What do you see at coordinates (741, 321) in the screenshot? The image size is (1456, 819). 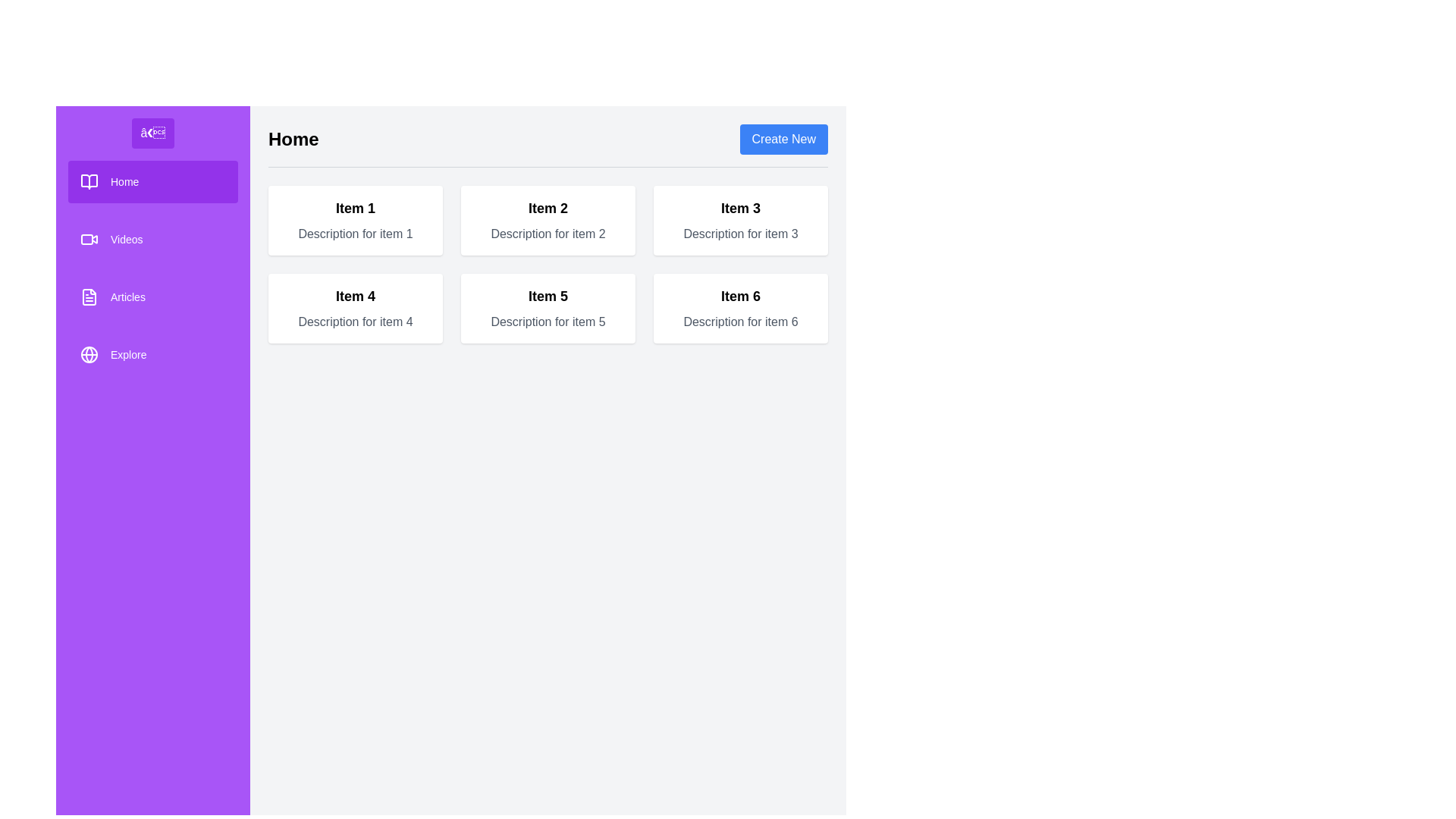 I see `the Text label located below the bold title 'Item 6' in the second card of the second row in the grid layout` at bounding box center [741, 321].